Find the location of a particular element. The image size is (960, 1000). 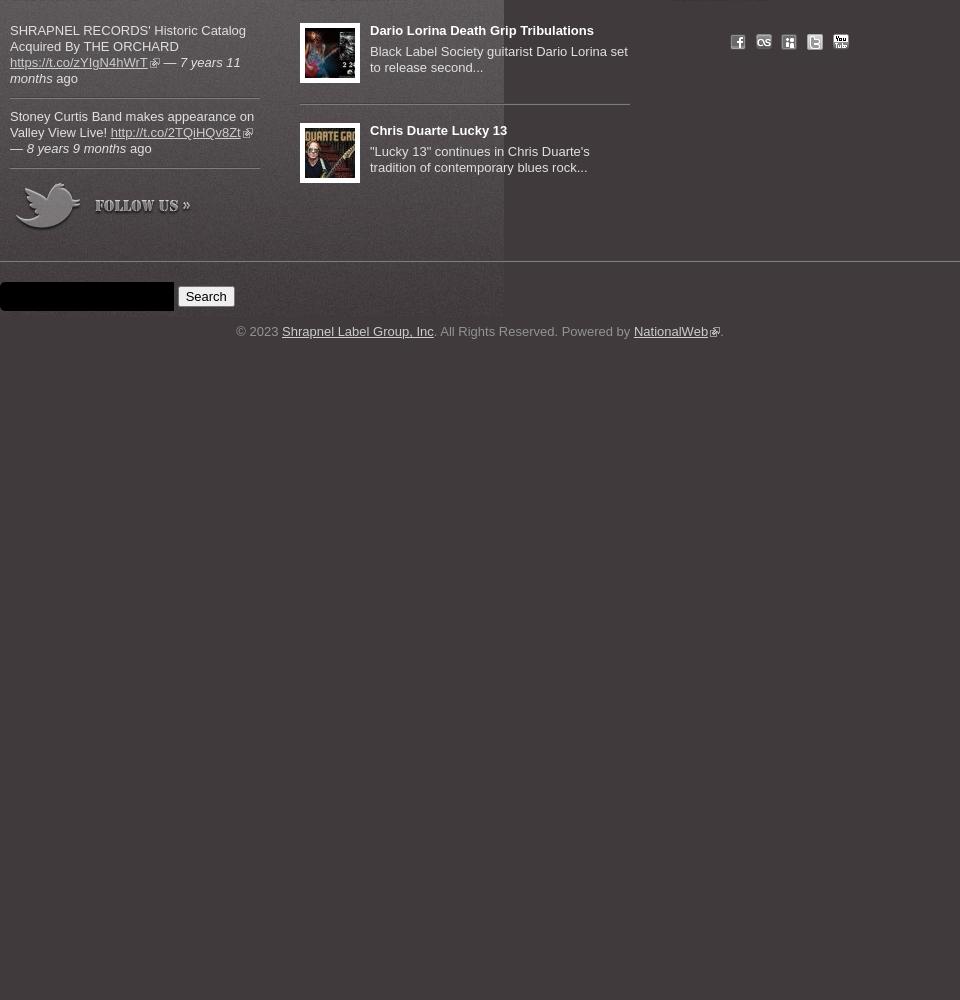

'.' is located at coordinates (720, 330).